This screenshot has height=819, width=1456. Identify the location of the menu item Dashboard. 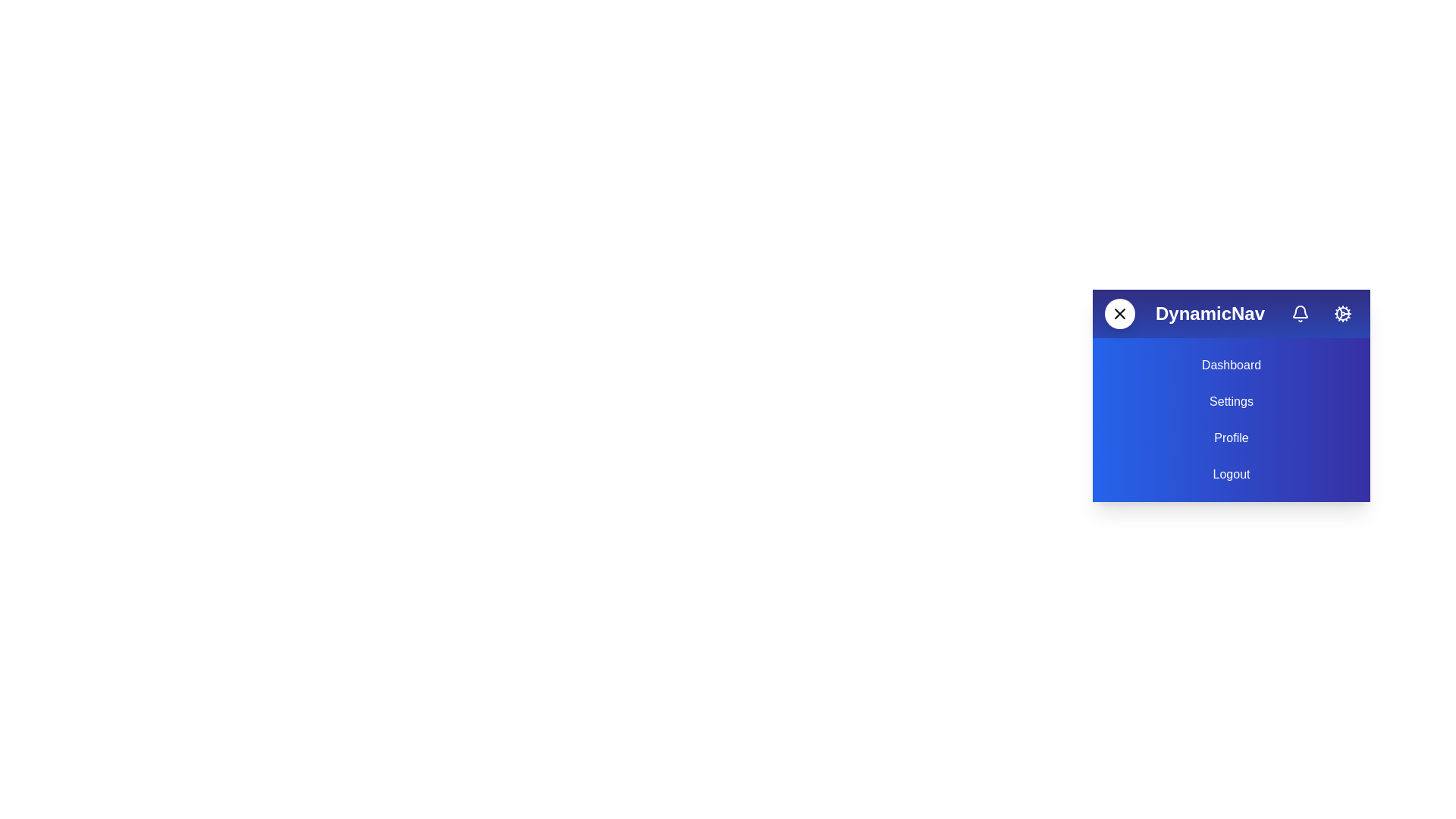
(1231, 366).